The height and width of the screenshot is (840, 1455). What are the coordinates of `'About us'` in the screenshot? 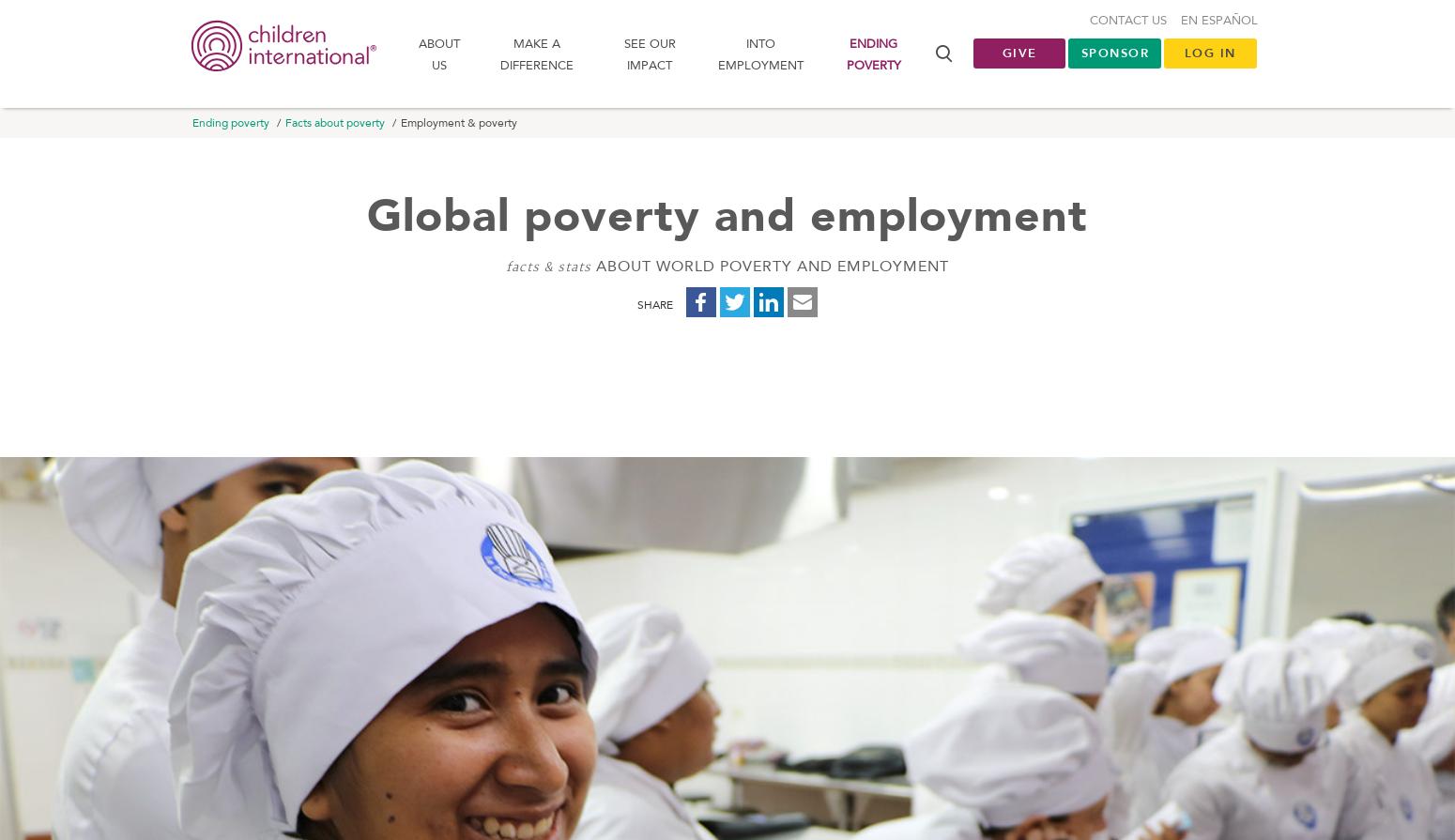 It's located at (437, 59).